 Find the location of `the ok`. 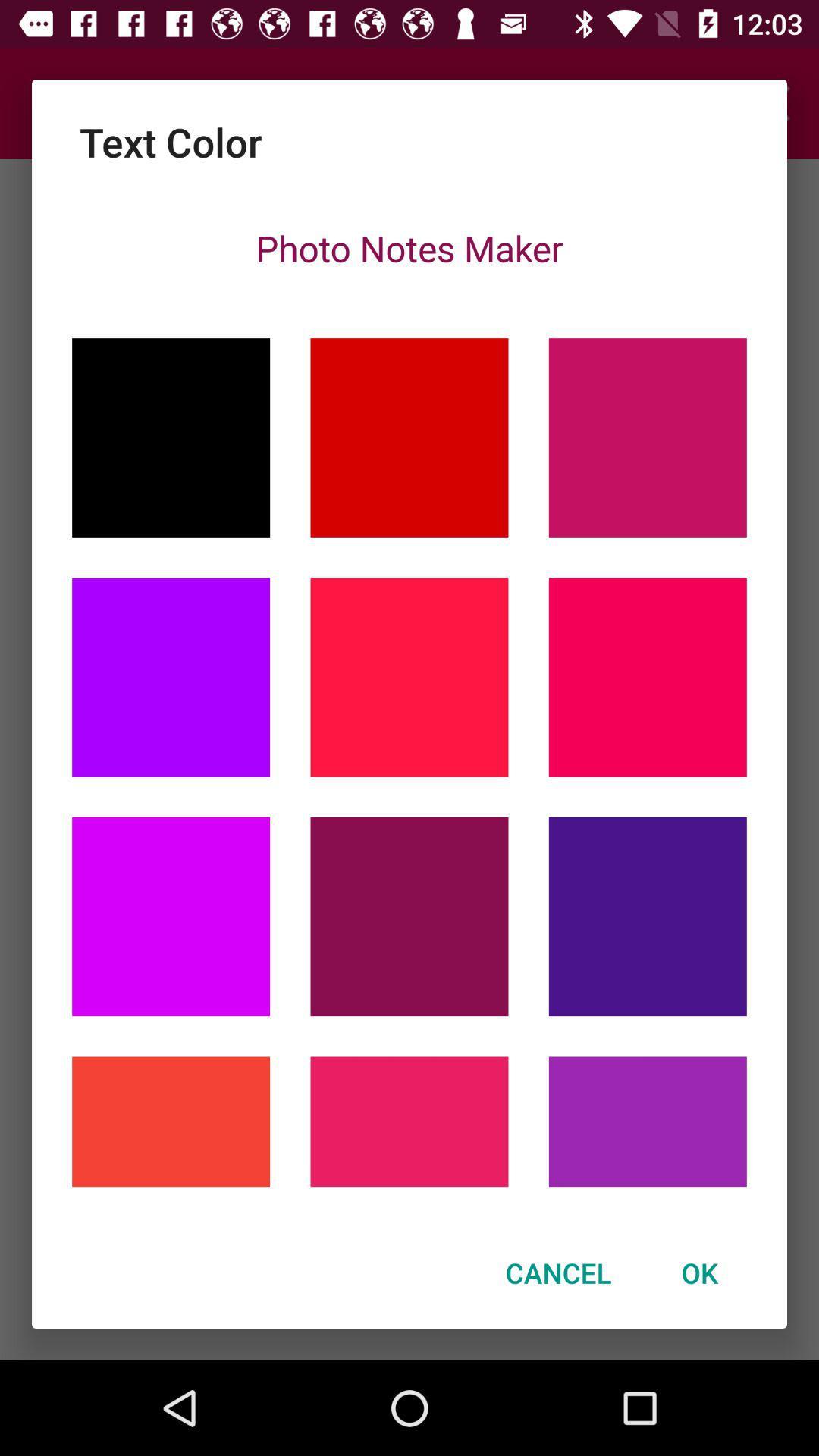

the ok is located at coordinates (699, 1272).